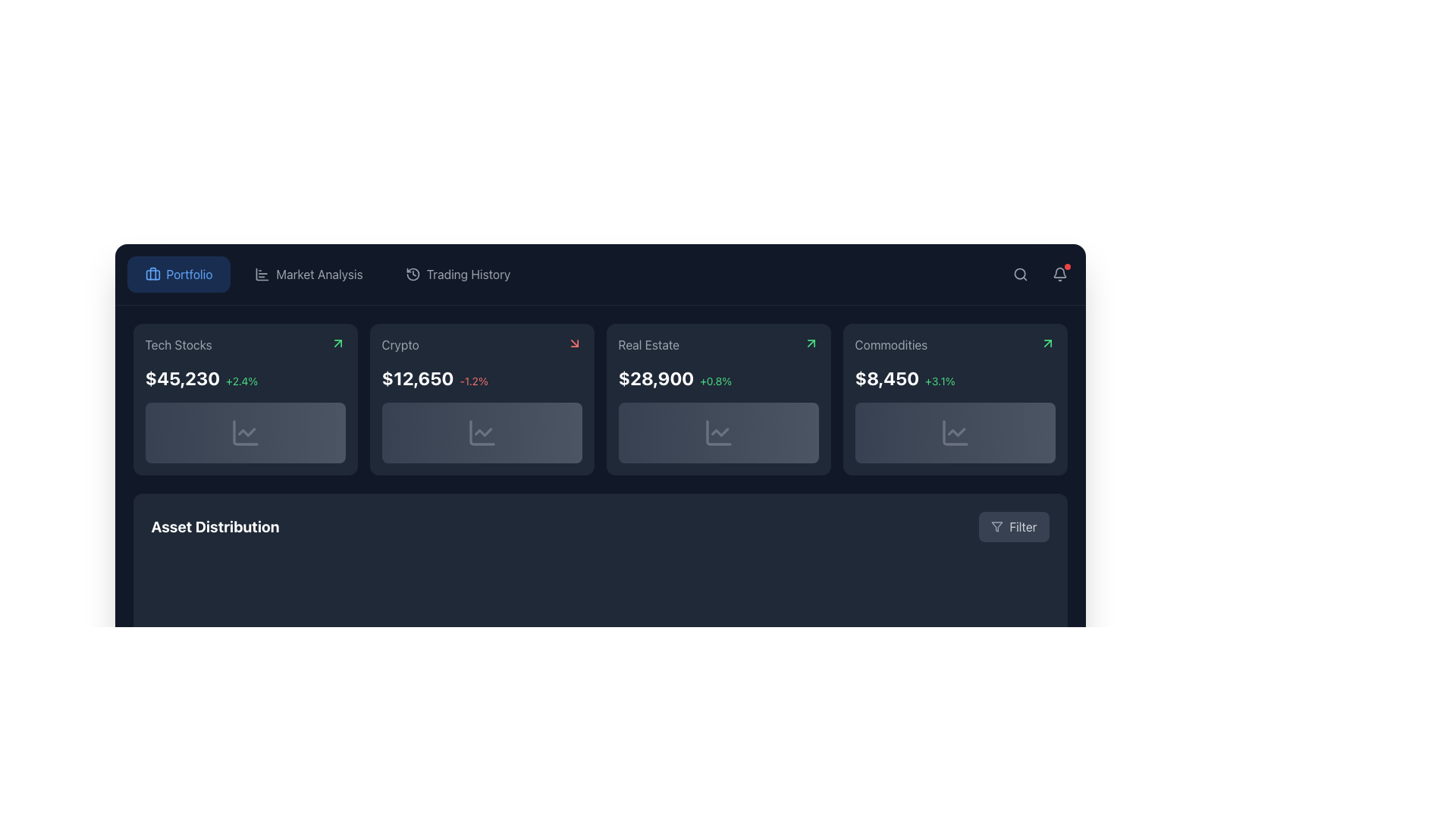 The image size is (1456, 819). What do you see at coordinates (308, 275) in the screenshot?
I see `the 'Market Analysis' button, which is the second button` at bounding box center [308, 275].